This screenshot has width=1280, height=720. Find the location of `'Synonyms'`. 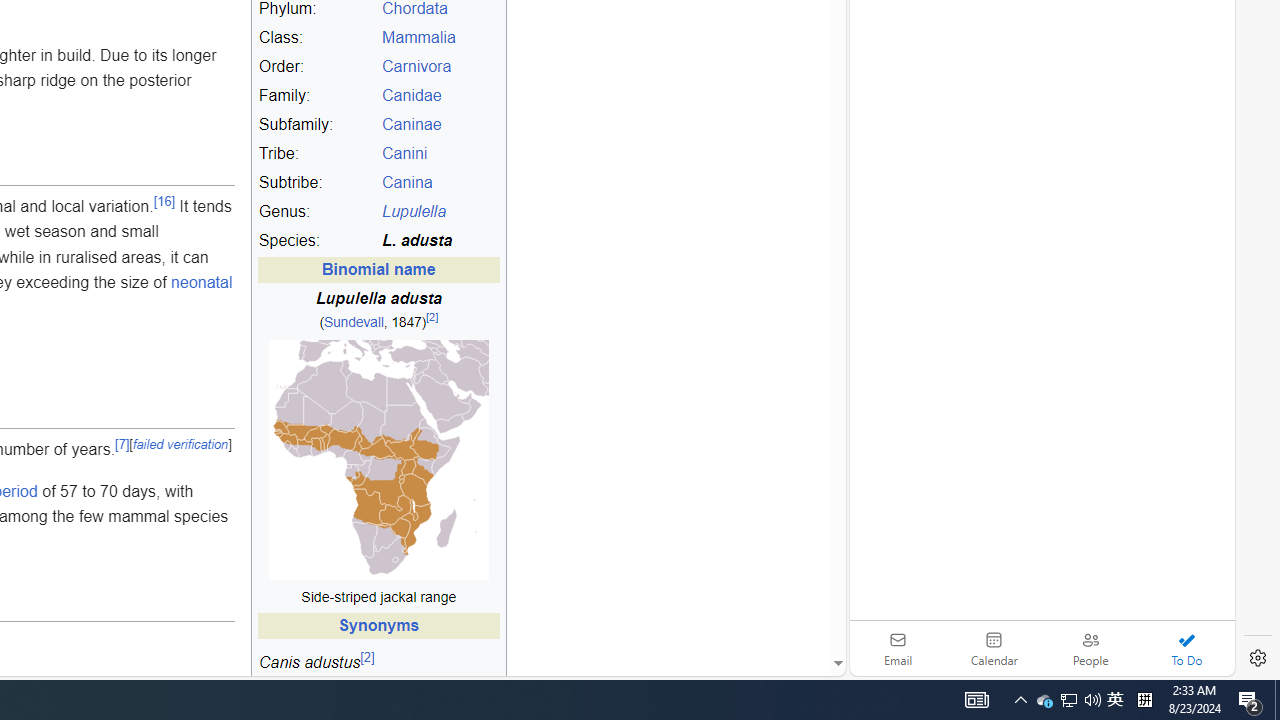

'Synonyms' is located at coordinates (378, 625).